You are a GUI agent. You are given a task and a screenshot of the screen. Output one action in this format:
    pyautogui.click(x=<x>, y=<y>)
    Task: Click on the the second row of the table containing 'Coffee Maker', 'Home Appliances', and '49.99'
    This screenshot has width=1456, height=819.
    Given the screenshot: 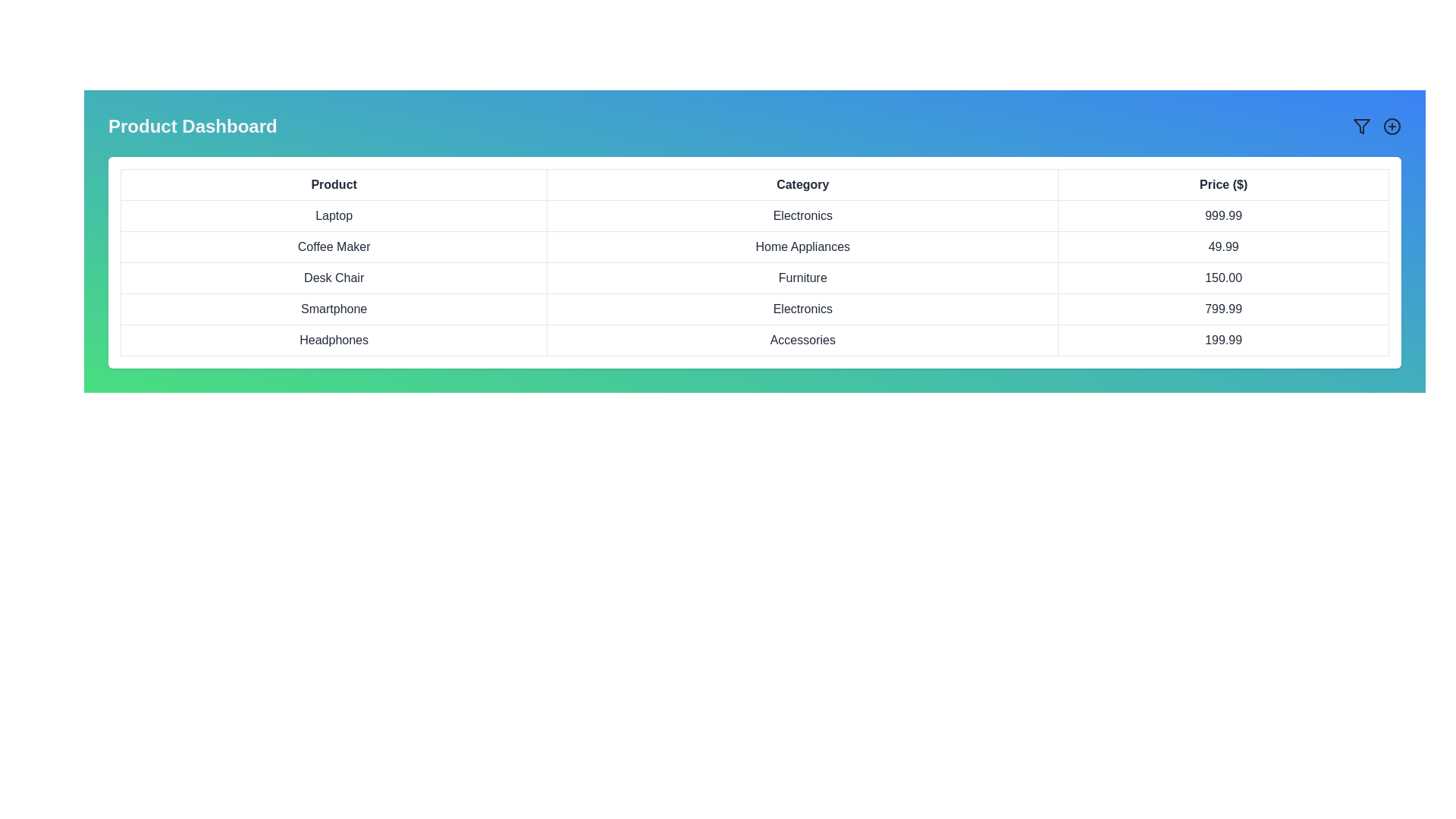 What is the action you would take?
    pyautogui.click(x=755, y=246)
    